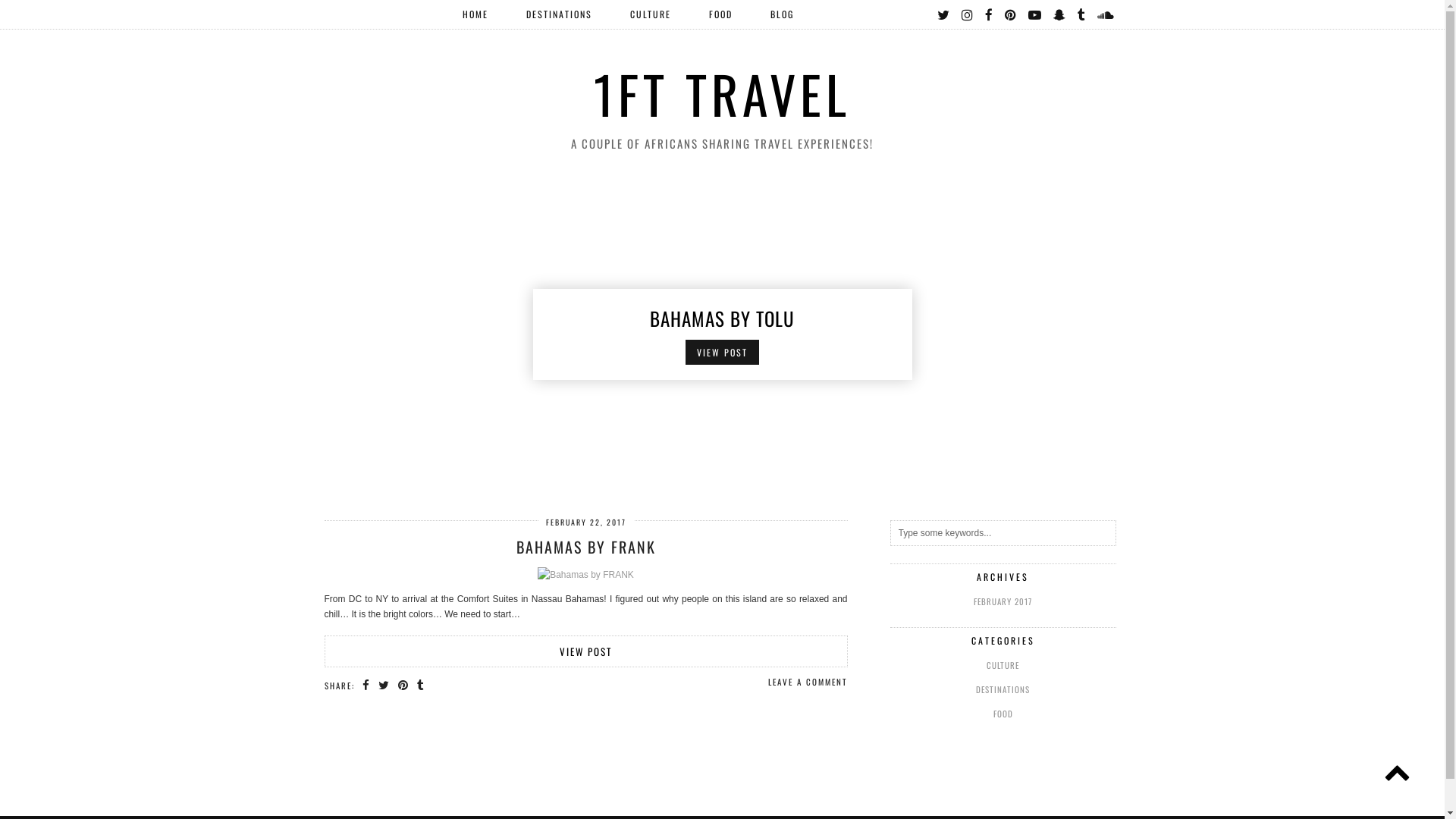  I want to click on 'Share on Pinterest', so click(403, 684).